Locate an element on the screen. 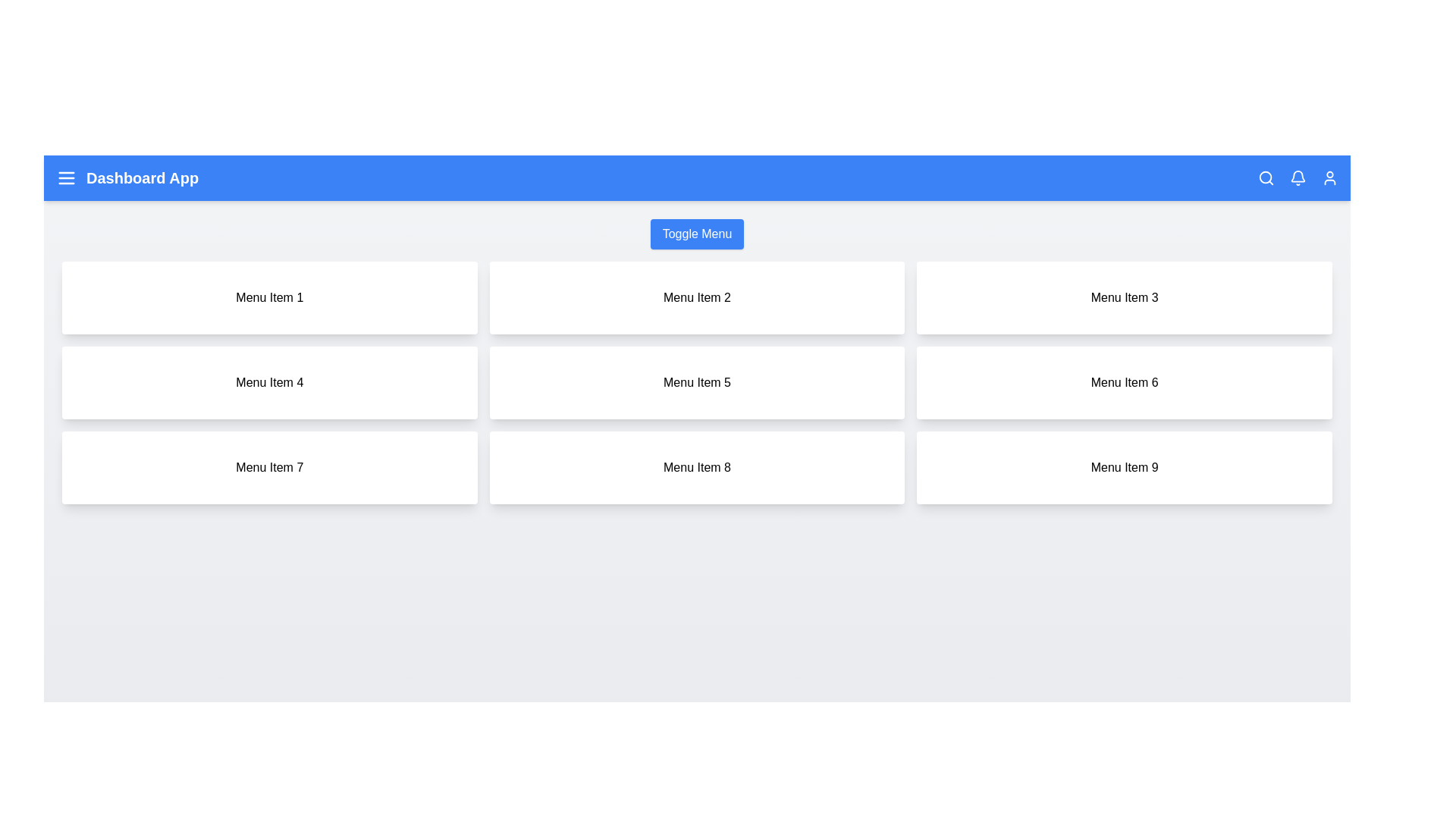  the 'Bell' icon to view notifications is located at coordinates (1298, 177).